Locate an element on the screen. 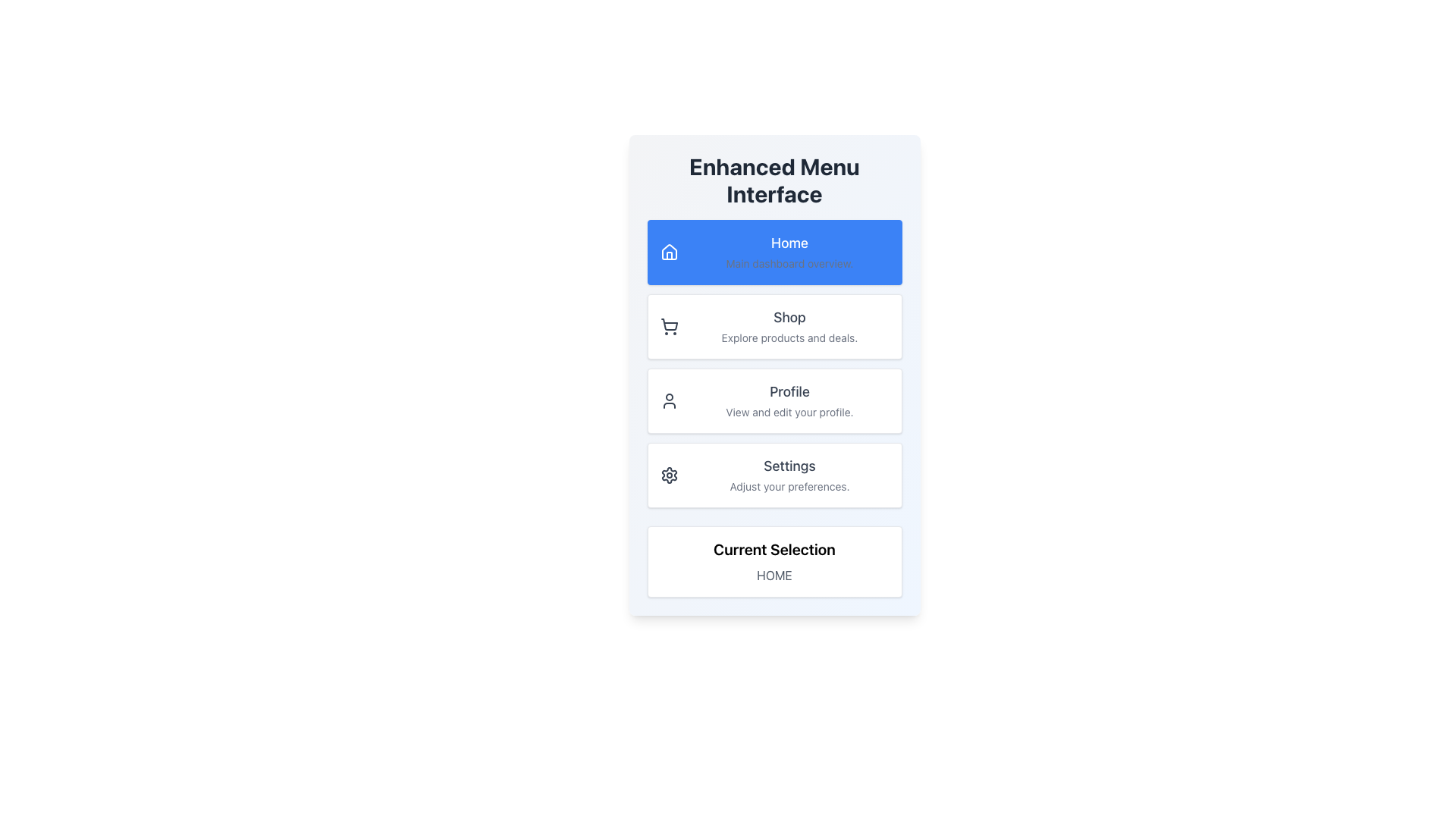 Image resolution: width=1456 pixels, height=819 pixels. text label displaying 'Home', which is in a medium-sized, bold font, white color on a blue background, located at the top section of the interface is located at coordinates (789, 242).